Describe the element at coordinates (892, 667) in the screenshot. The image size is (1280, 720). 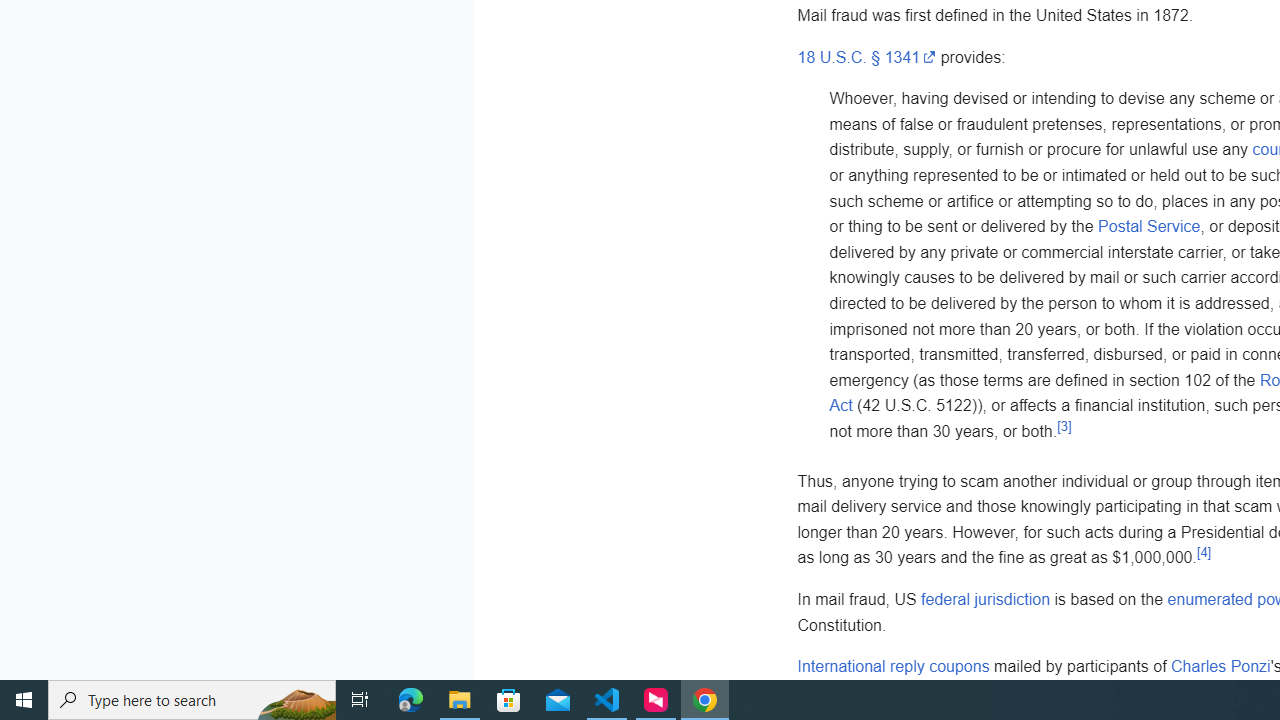
I see `'International reply coupons'` at that location.